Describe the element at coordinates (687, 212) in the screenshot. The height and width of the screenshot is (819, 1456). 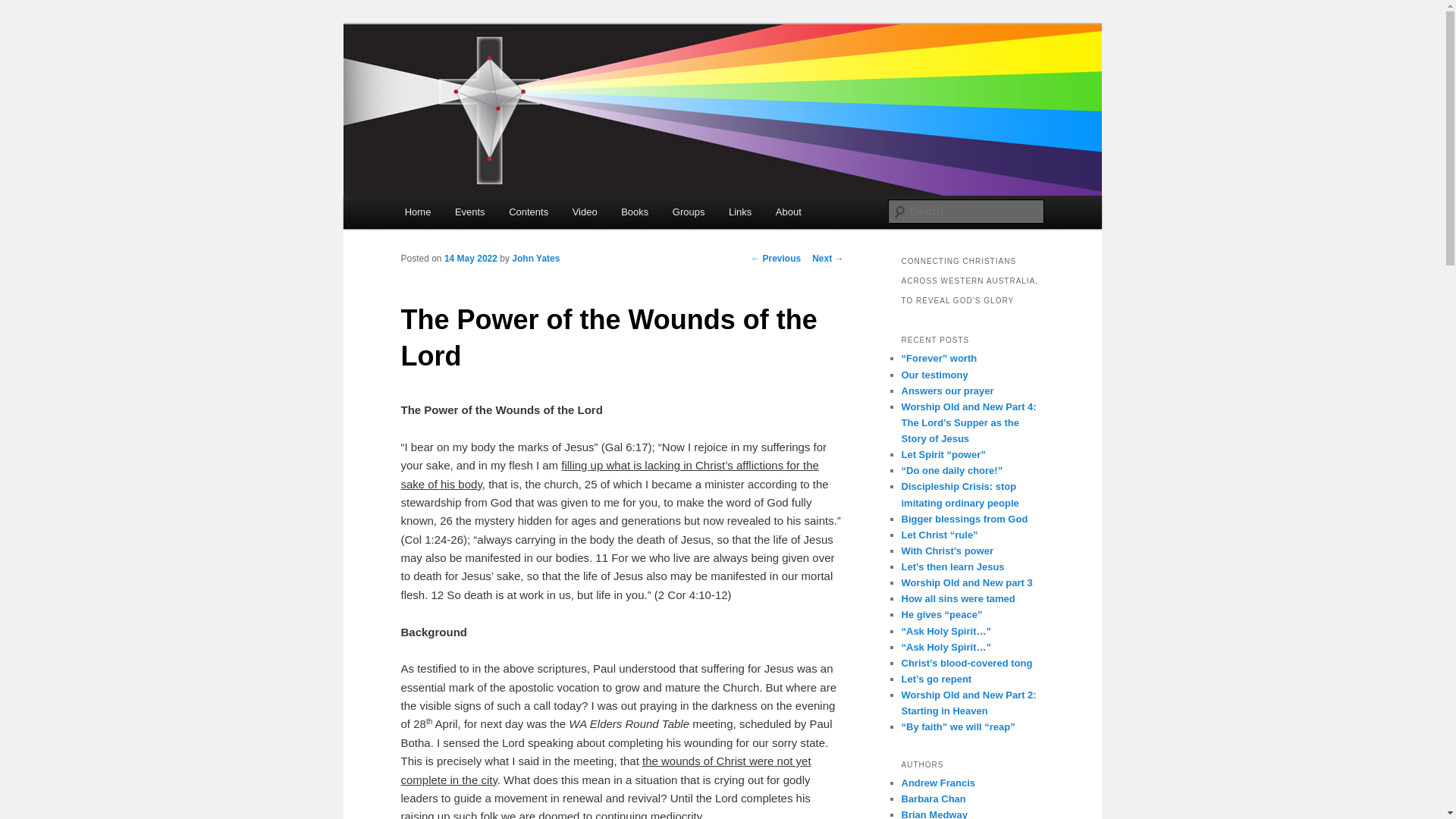
I see `'Groups'` at that location.